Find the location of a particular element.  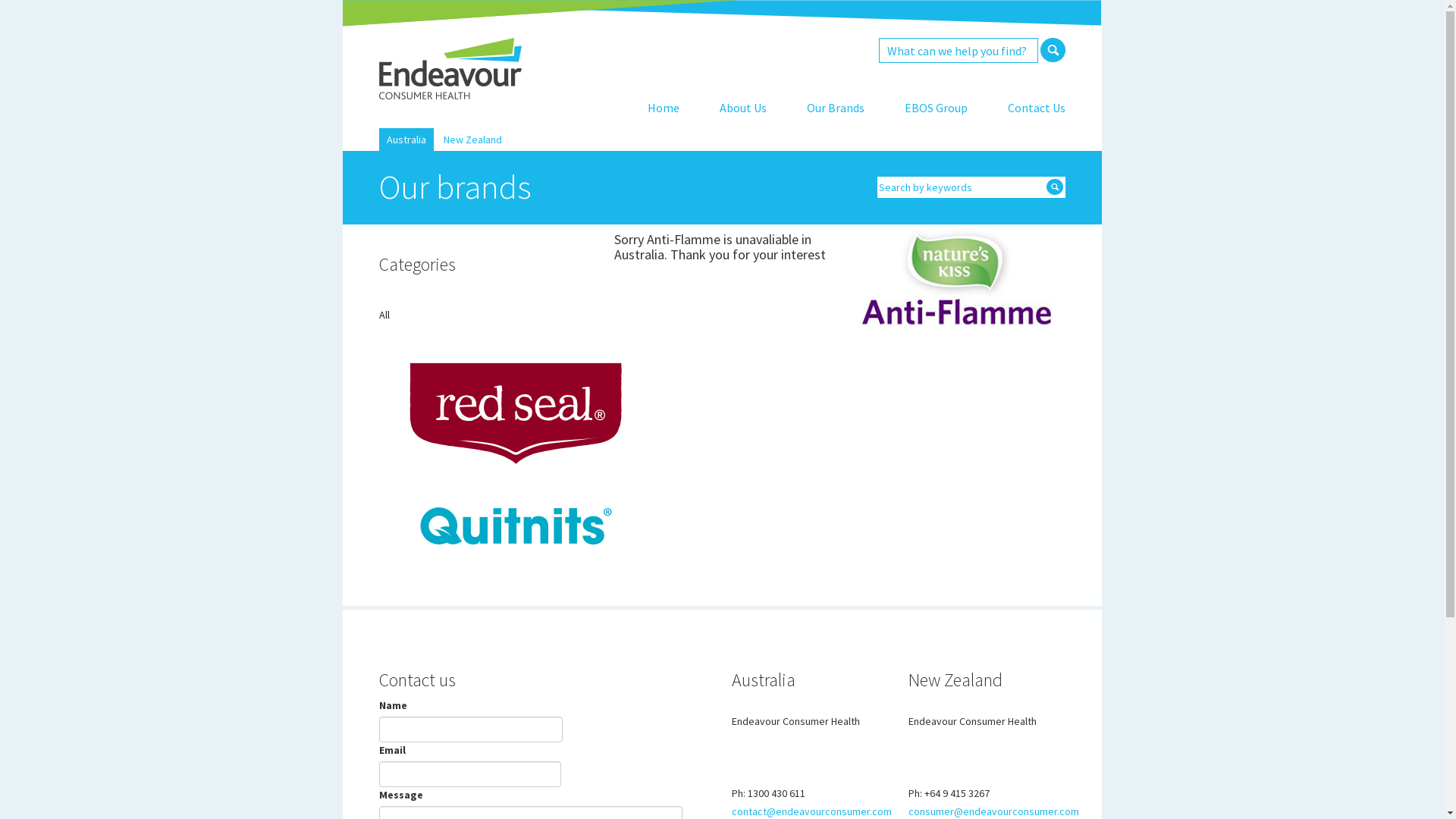

'Contact Us' is located at coordinates (1036, 107).